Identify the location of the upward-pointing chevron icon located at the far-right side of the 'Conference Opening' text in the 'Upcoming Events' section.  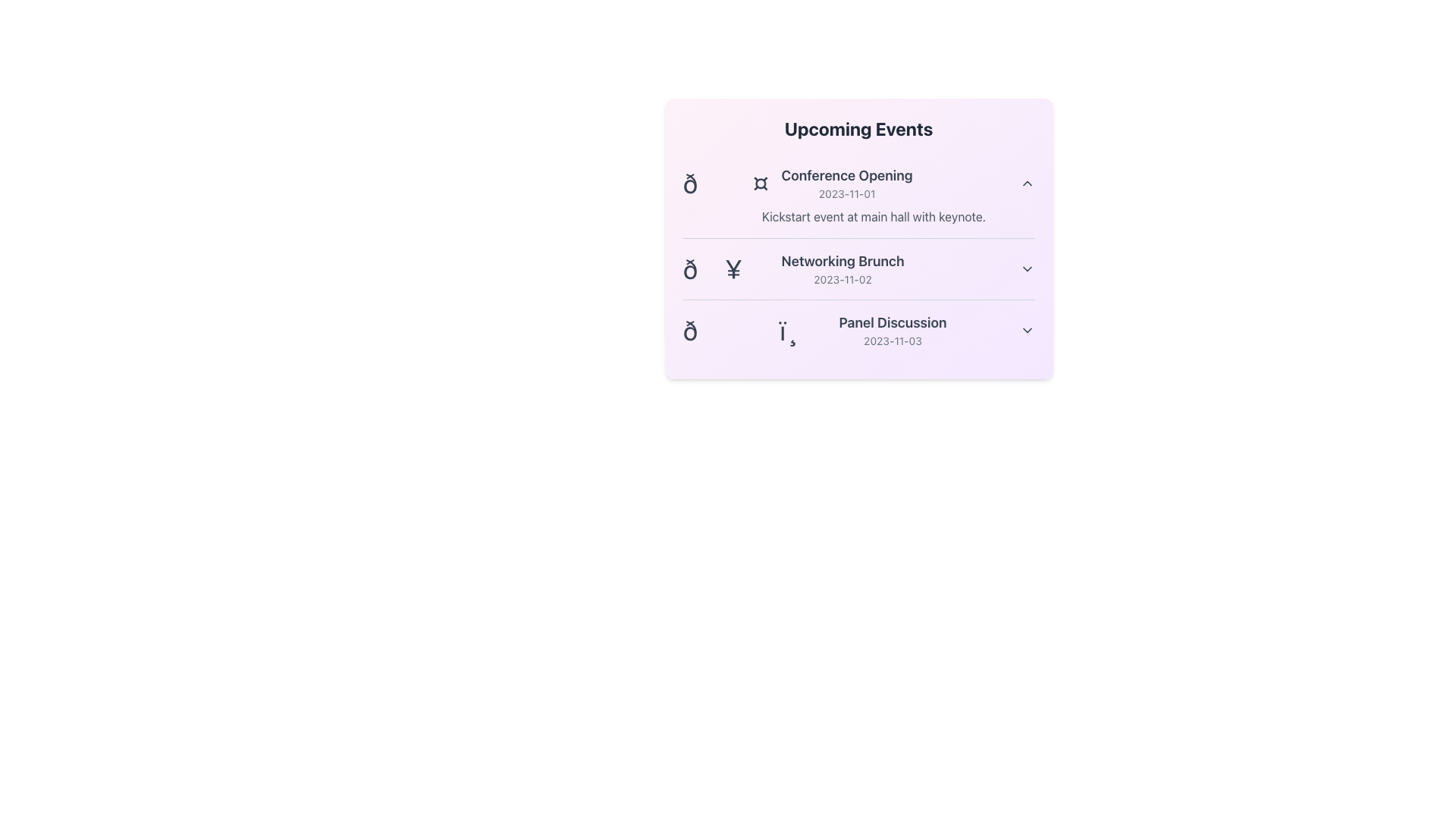
(1027, 183).